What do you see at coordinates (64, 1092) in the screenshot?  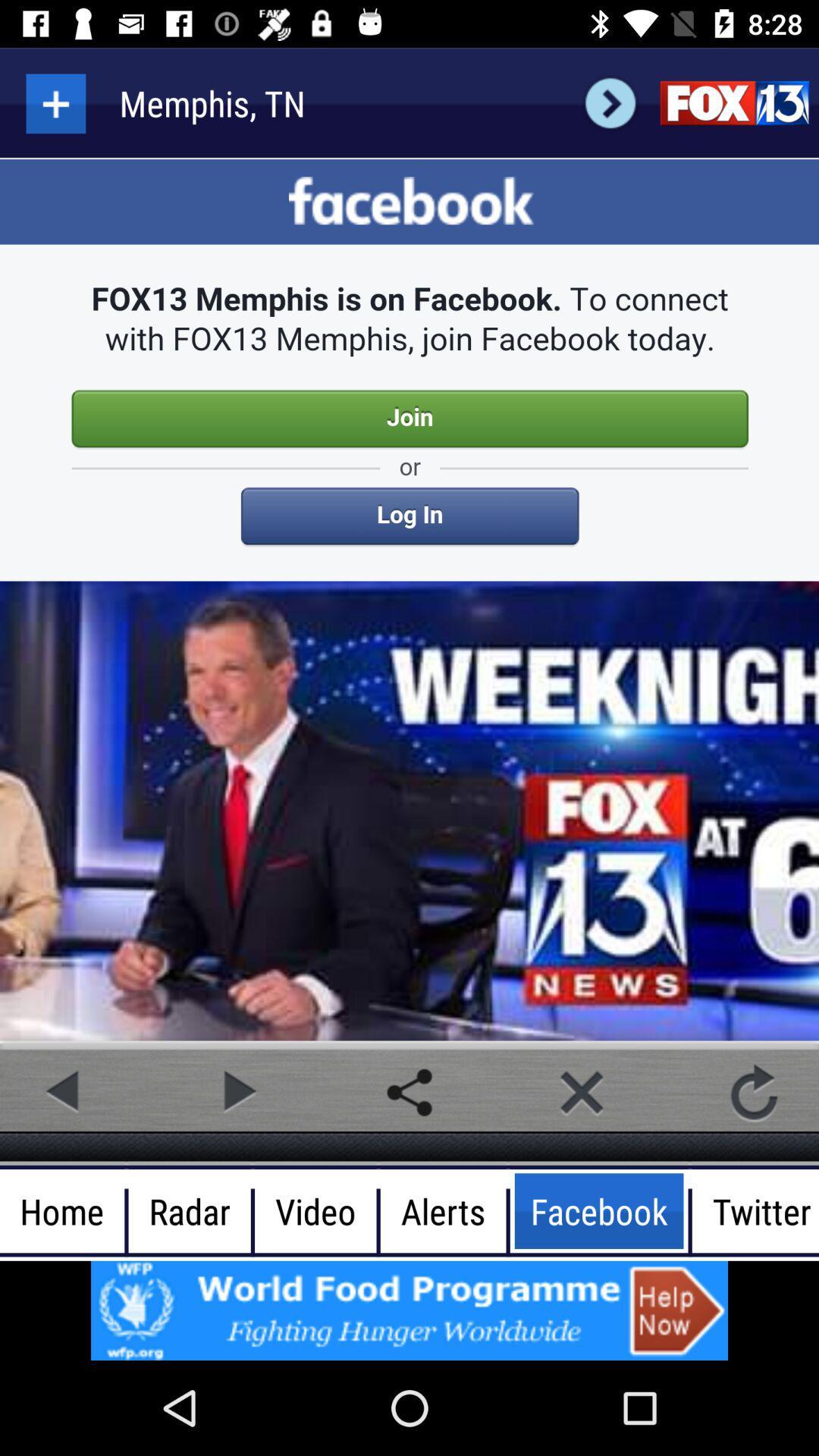 I see `previous post` at bounding box center [64, 1092].